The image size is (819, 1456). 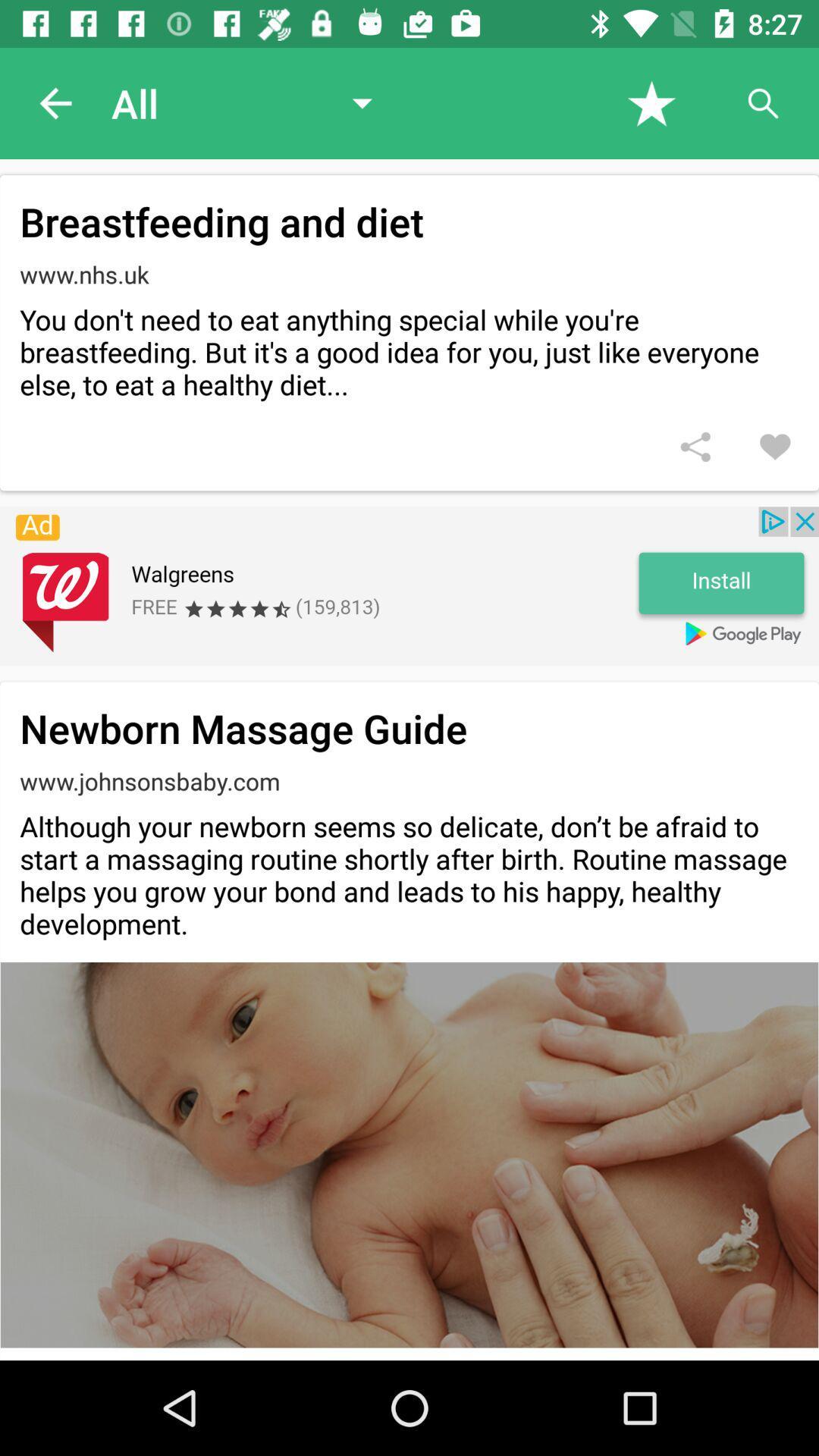 What do you see at coordinates (695, 446) in the screenshot?
I see `share option` at bounding box center [695, 446].